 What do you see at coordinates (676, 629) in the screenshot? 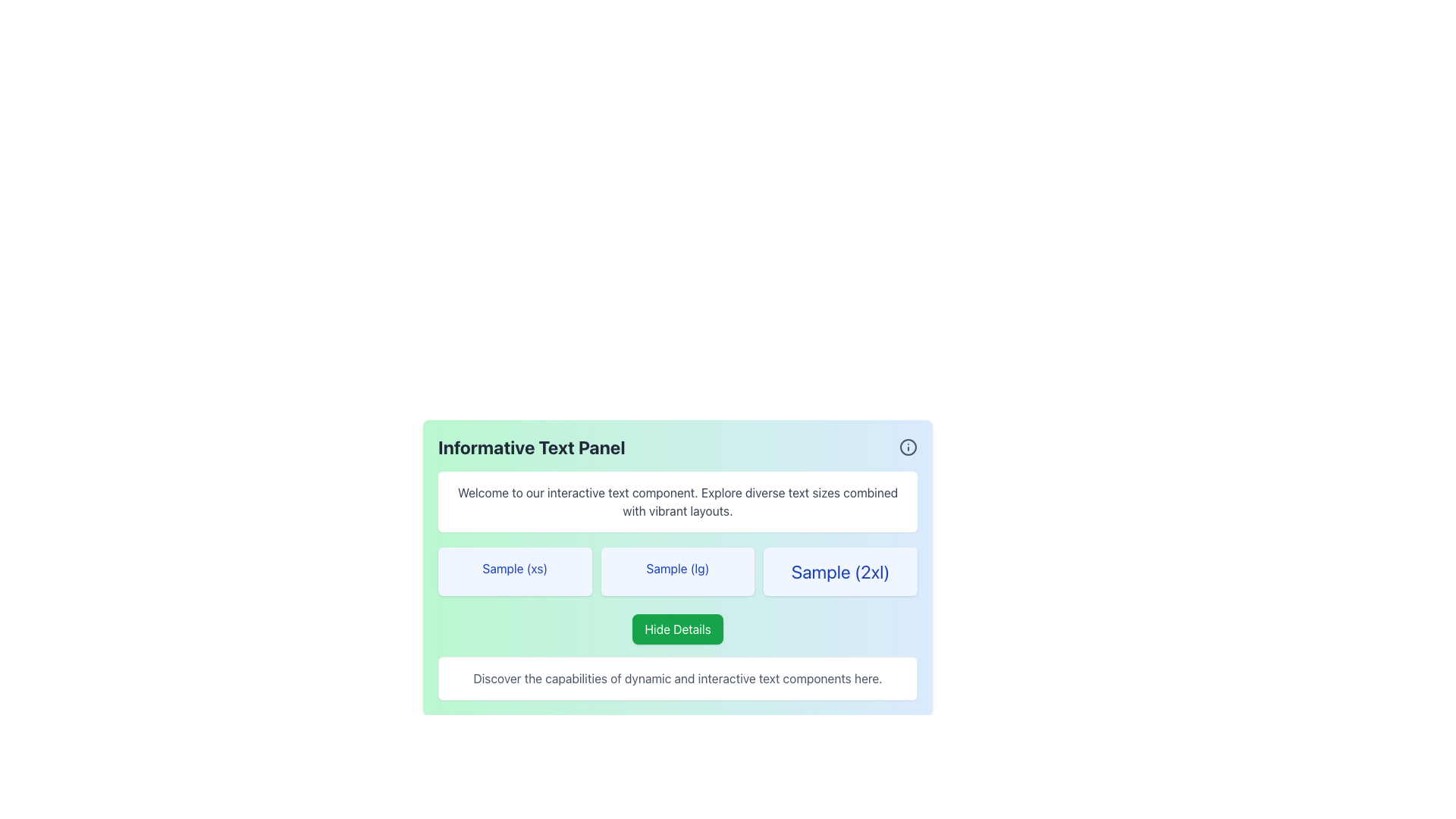
I see `the 'Hide Details' button with a green background and white text located in the 'Informative Text Panel'` at bounding box center [676, 629].